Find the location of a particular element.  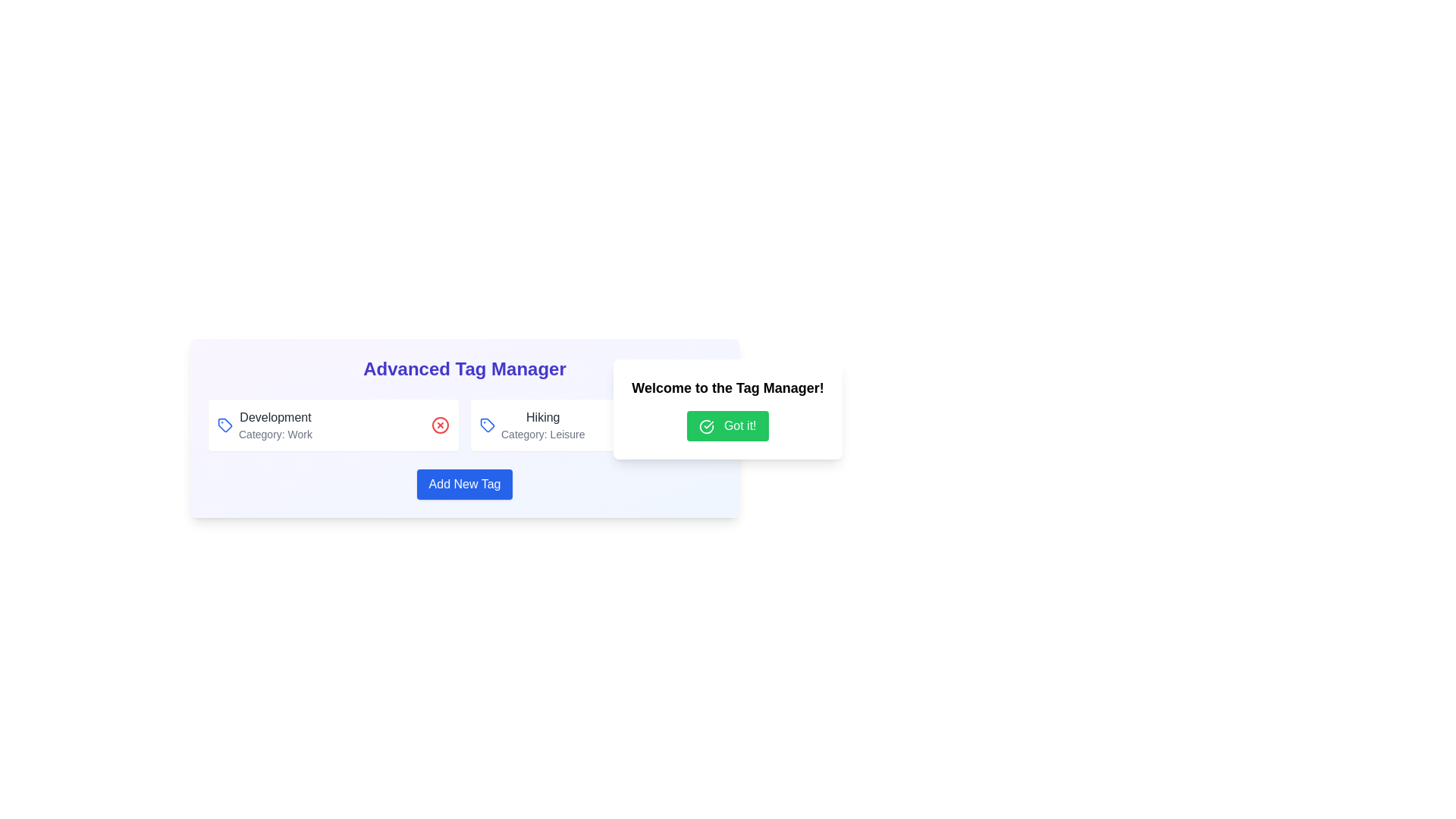

the 'Got it!' button on the informational dialog box that welcomes users and provides a call to action is located at coordinates (728, 409).